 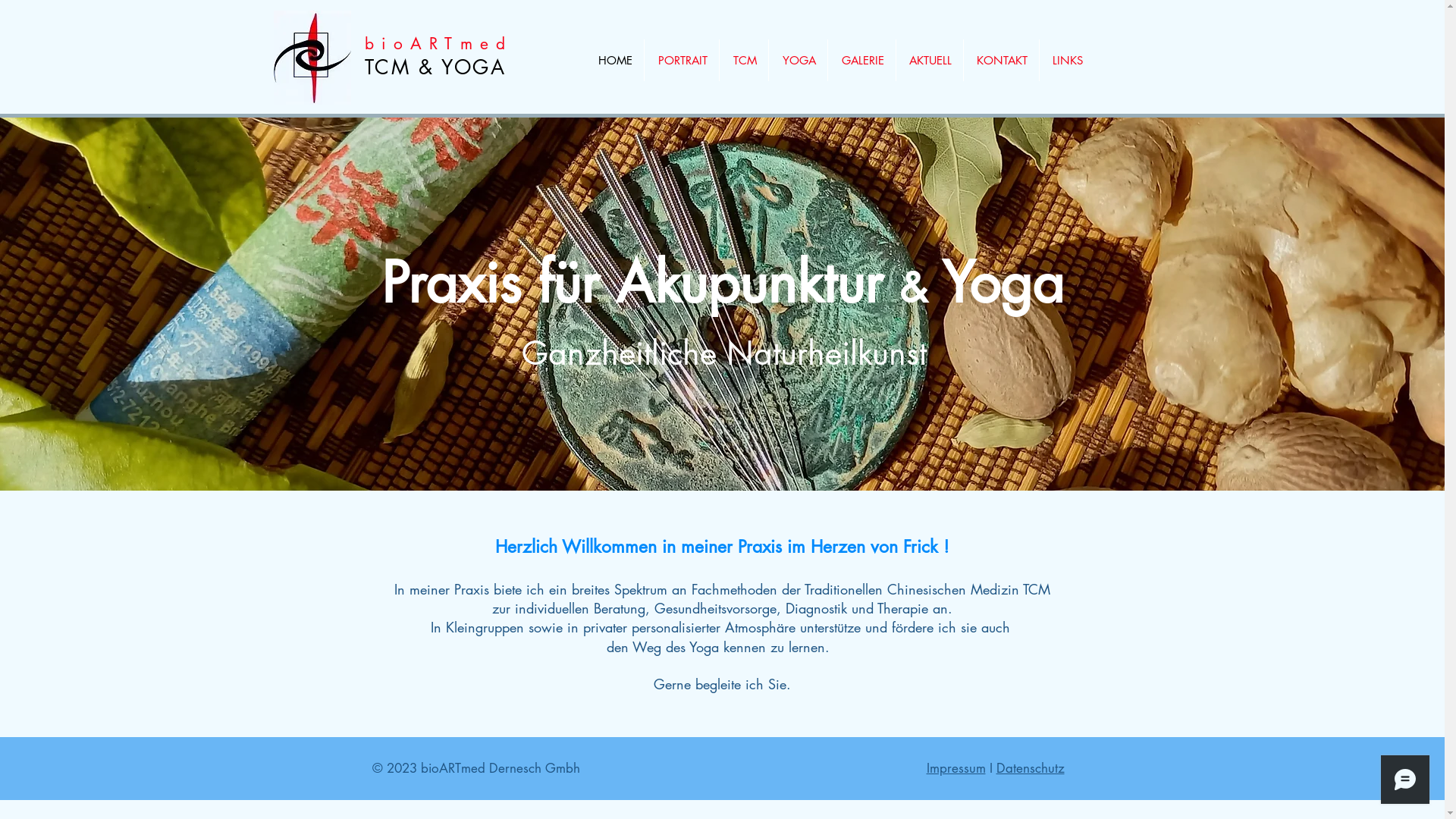 I want to click on 'GALERIE', so click(x=861, y=59).